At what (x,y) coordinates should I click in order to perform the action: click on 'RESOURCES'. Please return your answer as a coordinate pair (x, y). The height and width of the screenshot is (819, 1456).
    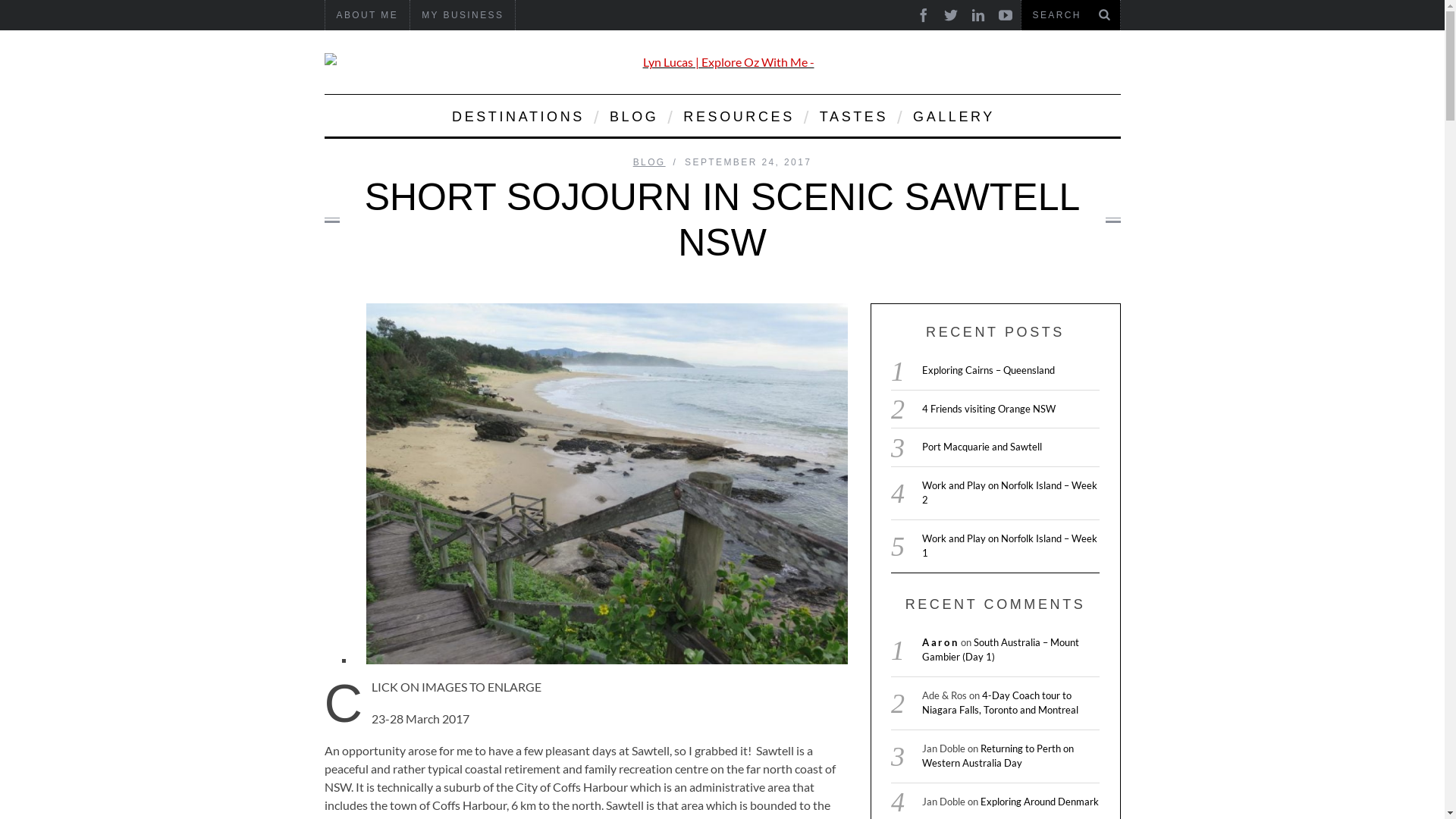
    Looking at the image, I should click on (671, 115).